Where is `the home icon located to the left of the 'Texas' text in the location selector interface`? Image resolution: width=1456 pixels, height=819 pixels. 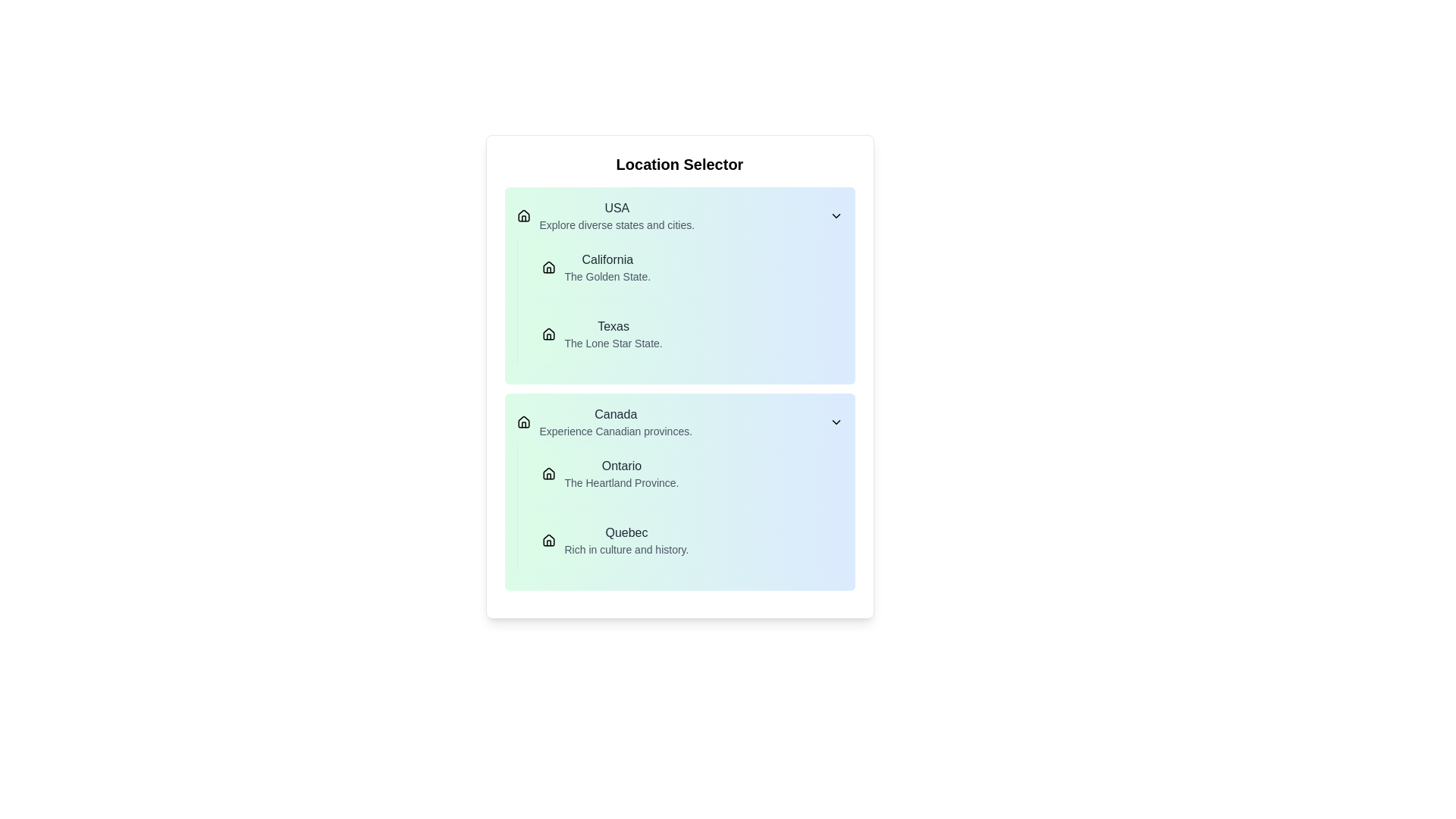 the home icon located to the left of the 'Texas' text in the location selector interface is located at coordinates (548, 333).